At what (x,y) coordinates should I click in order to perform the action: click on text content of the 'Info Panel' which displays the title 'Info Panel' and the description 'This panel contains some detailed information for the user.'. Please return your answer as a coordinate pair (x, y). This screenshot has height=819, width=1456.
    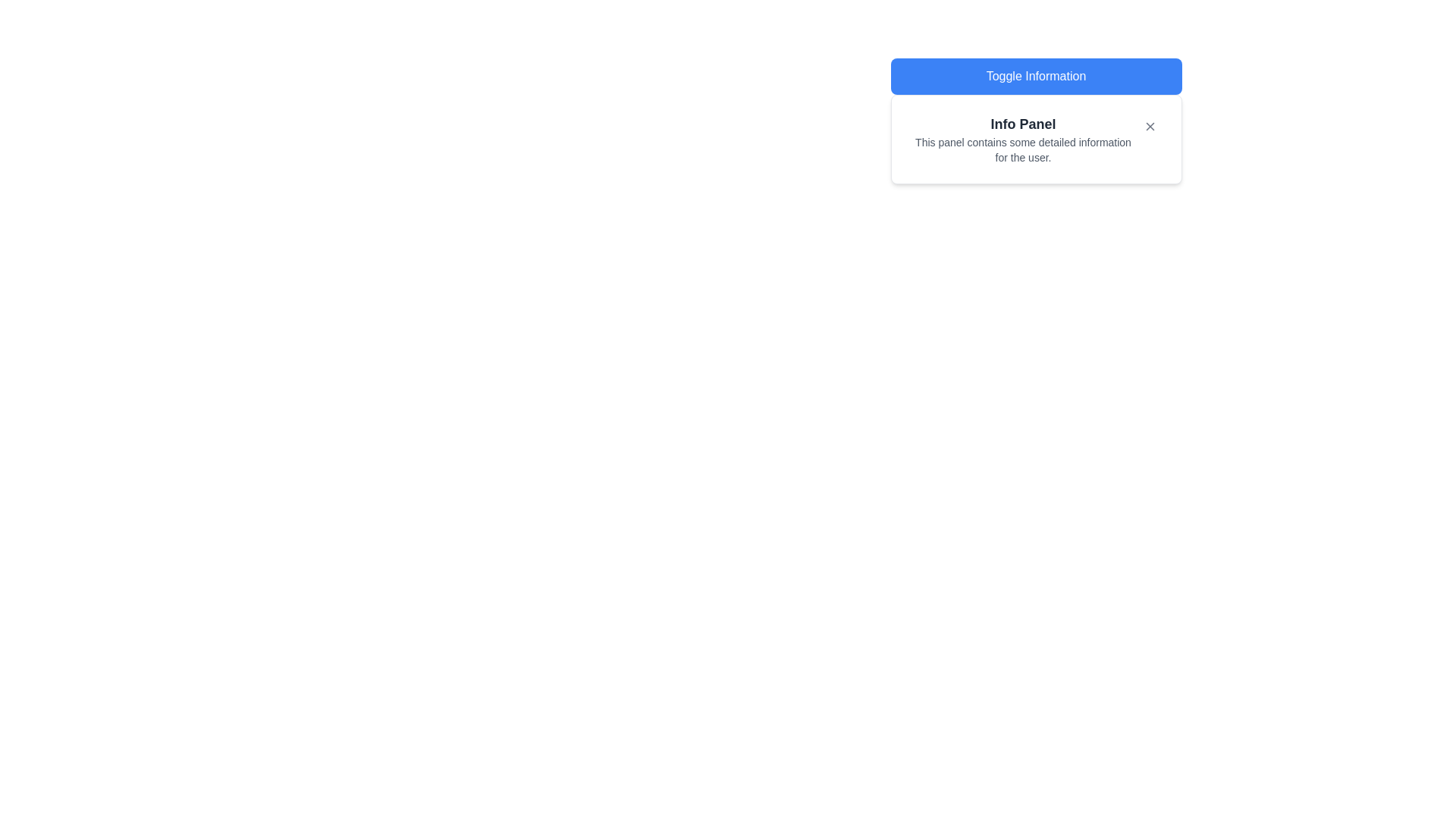
    Looking at the image, I should click on (1023, 140).